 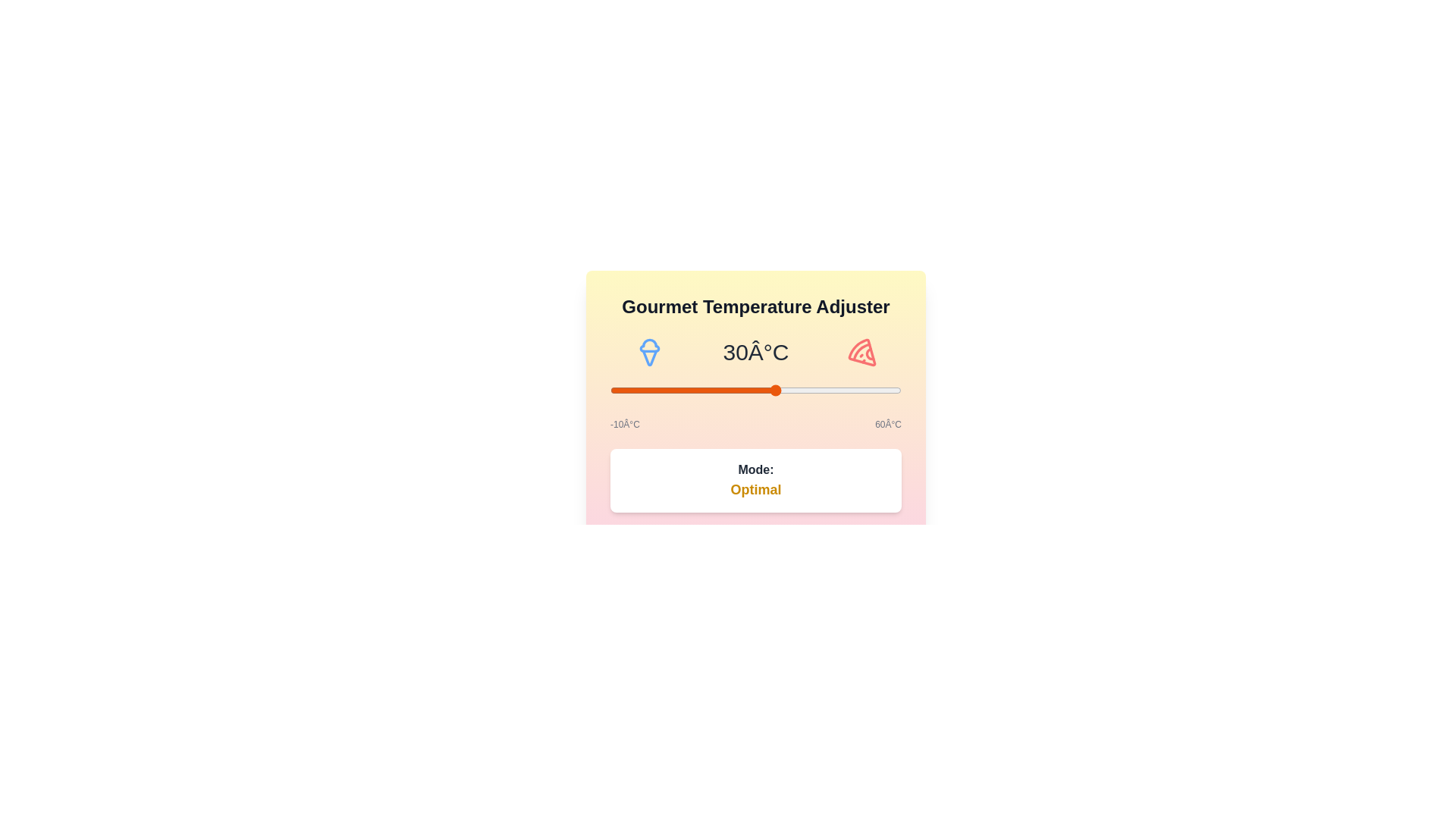 What do you see at coordinates (667, 390) in the screenshot?
I see `the temperature to 4°C using the slider` at bounding box center [667, 390].